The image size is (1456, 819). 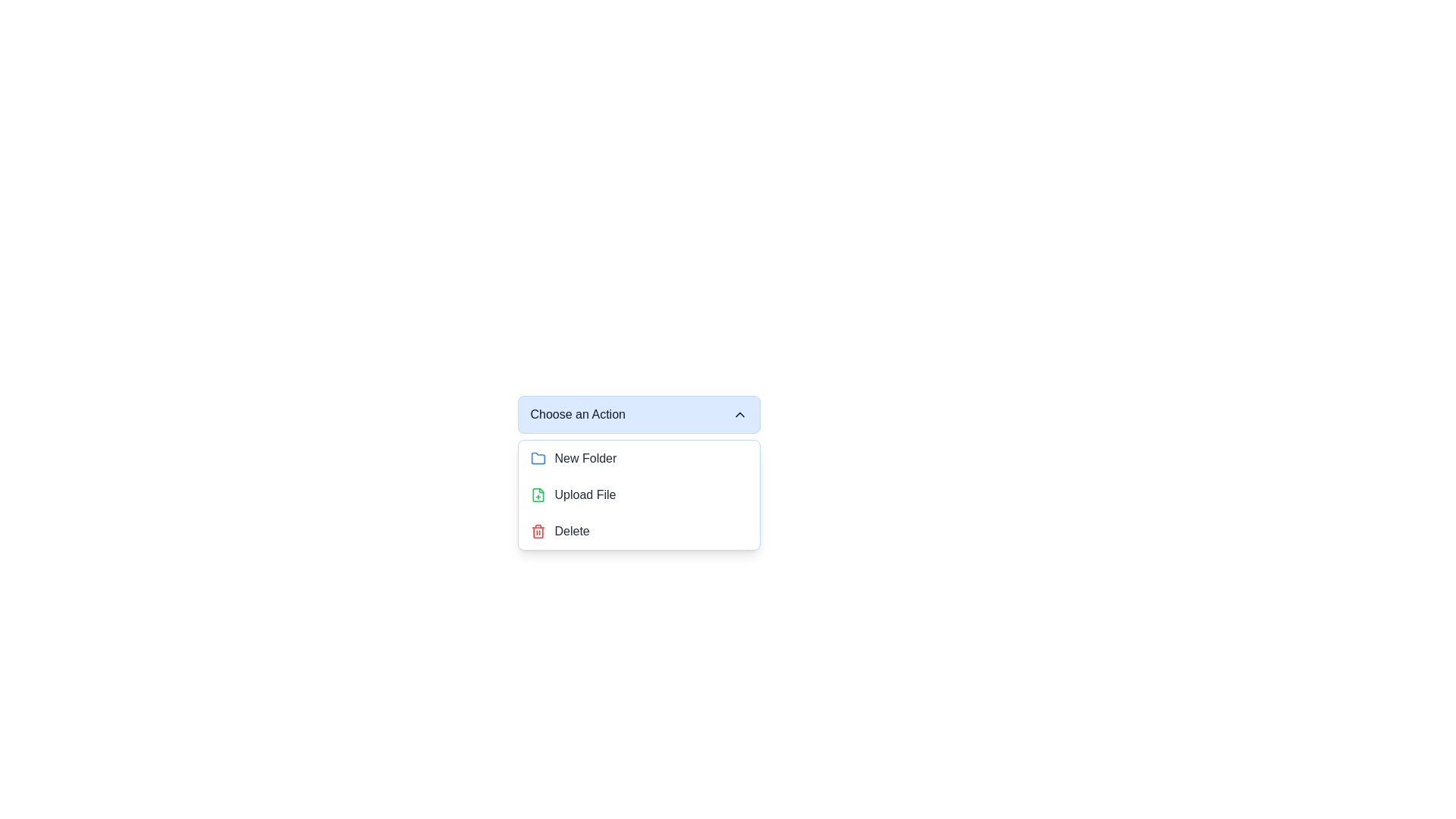 I want to click on the upward-pointing chevron icon located on the right side of the 'Choose an Action' bar, so click(x=739, y=415).